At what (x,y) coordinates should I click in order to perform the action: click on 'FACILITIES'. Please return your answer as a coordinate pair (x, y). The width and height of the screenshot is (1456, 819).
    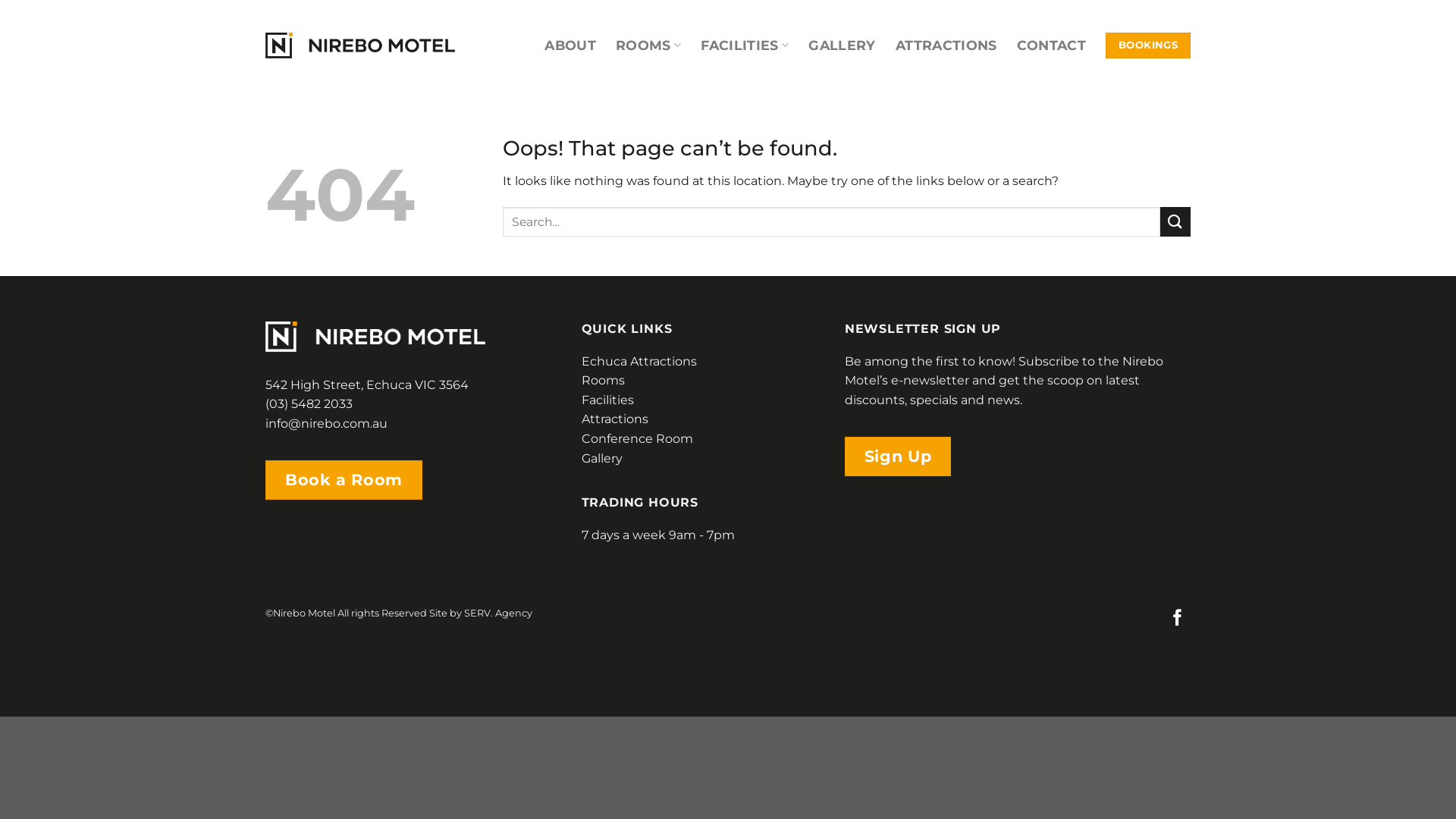
    Looking at the image, I should click on (700, 44).